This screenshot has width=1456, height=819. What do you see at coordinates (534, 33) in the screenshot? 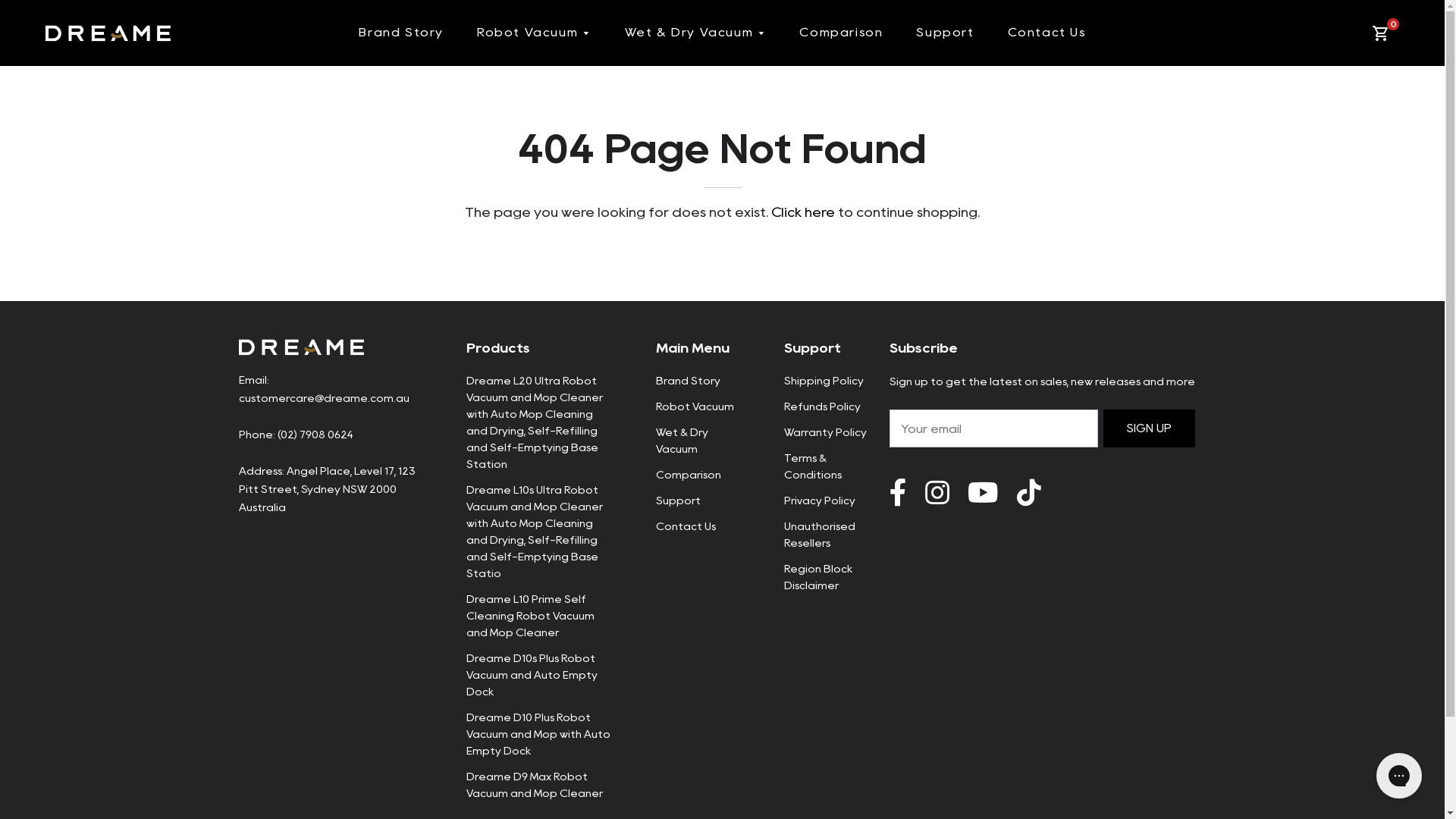
I see `'Robot Vacuum'` at bounding box center [534, 33].